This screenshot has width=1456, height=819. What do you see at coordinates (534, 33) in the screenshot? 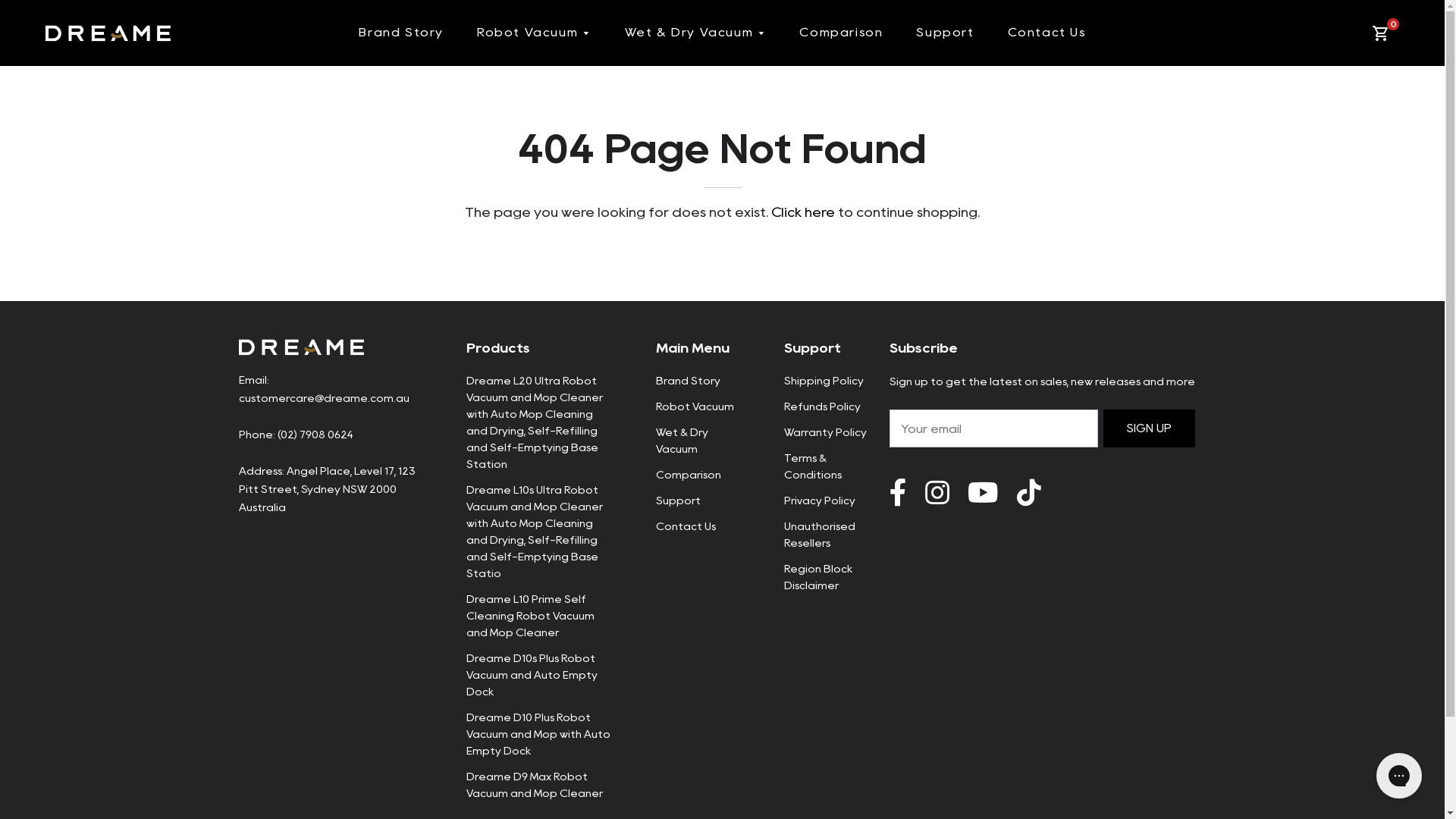
I see `'Robot Vacuum'` at bounding box center [534, 33].